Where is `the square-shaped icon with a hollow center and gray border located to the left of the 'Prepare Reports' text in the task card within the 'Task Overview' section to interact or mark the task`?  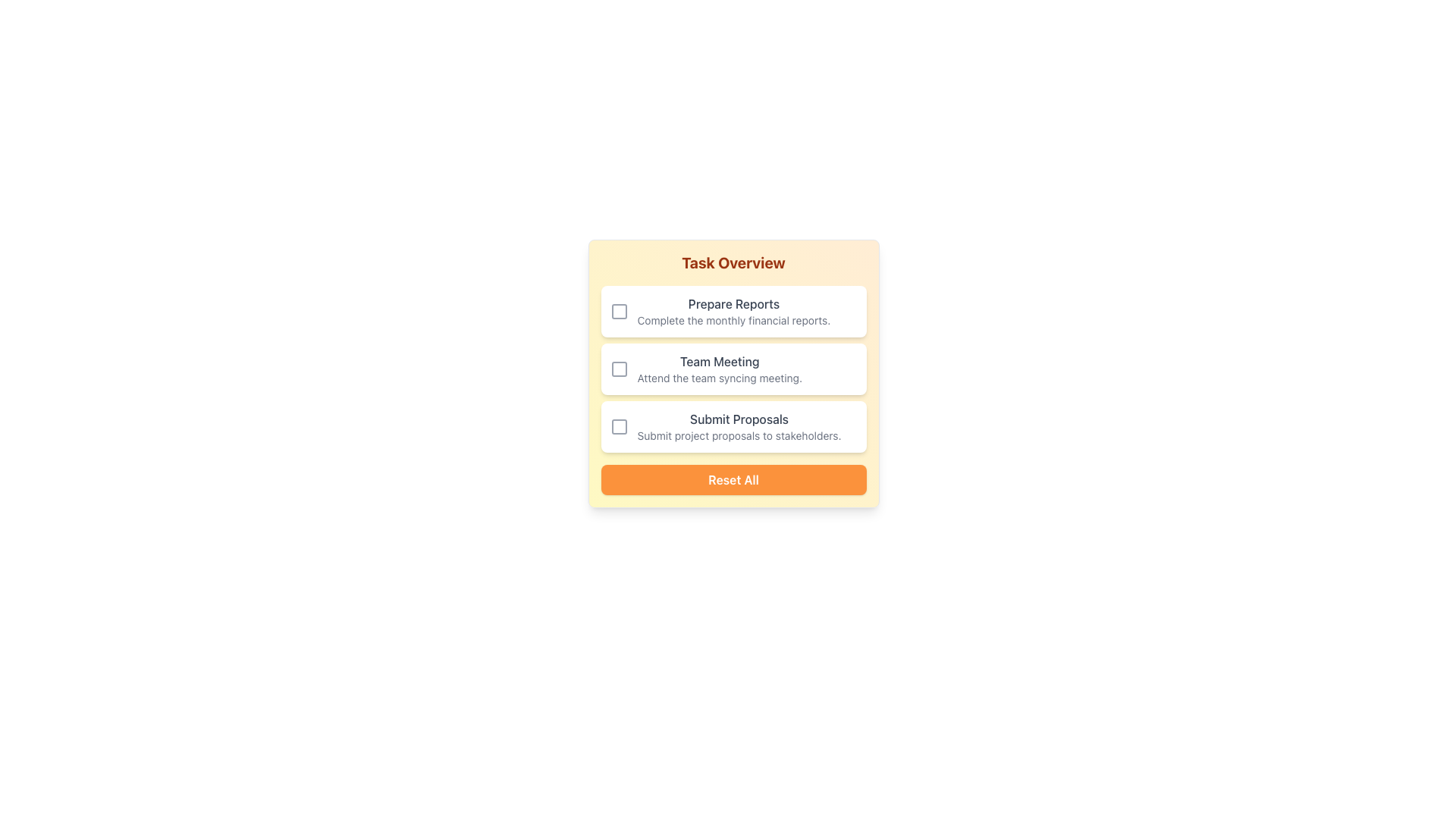 the square-shaped icon with a hollow center and gray border located to the left of the 'Prepare Reports' text in the task card within the 'Task Overview' section to interact or mark the task is located at coordinates (619, 311).